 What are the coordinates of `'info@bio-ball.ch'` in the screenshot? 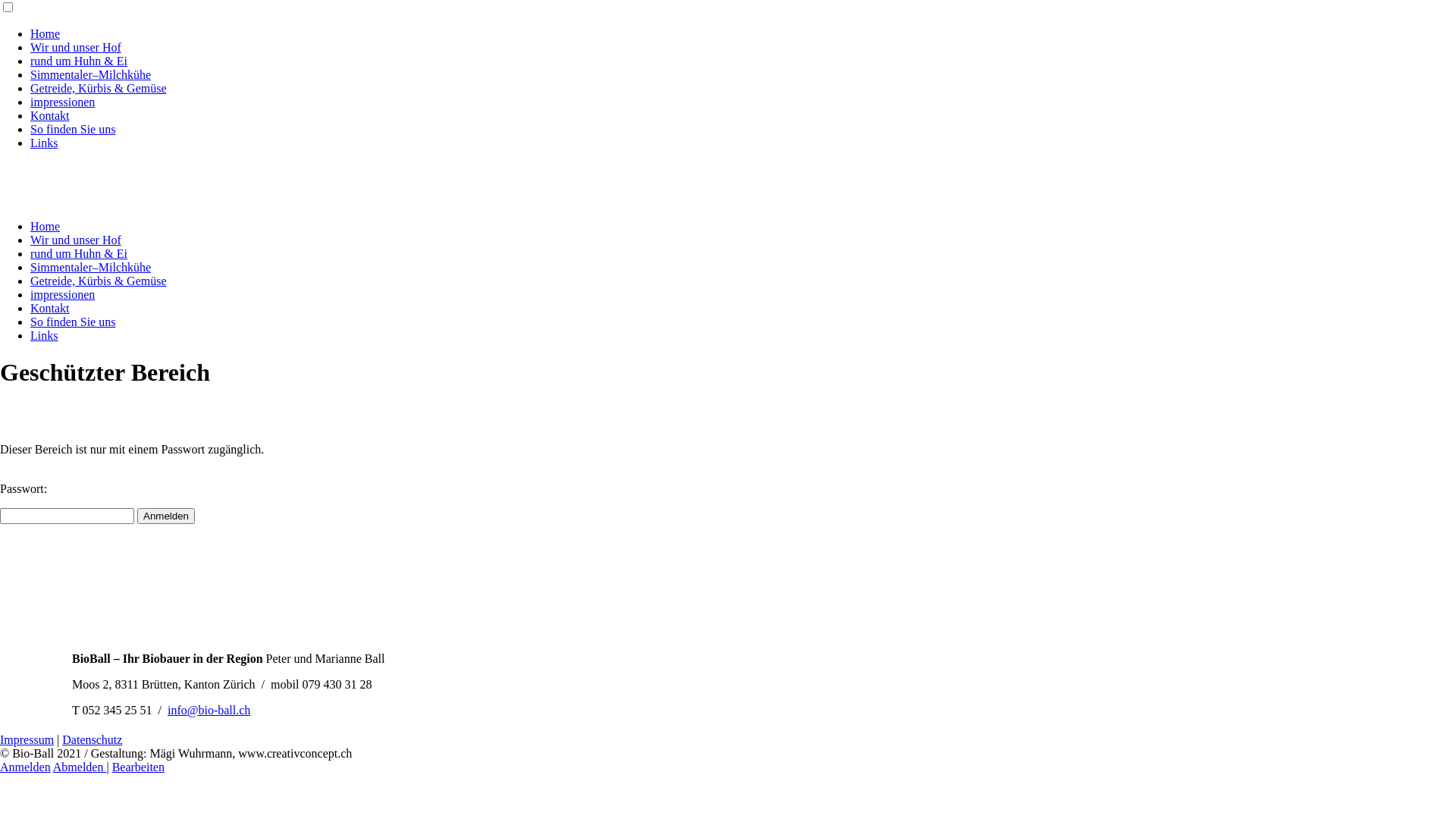 It's located at (208, 710).